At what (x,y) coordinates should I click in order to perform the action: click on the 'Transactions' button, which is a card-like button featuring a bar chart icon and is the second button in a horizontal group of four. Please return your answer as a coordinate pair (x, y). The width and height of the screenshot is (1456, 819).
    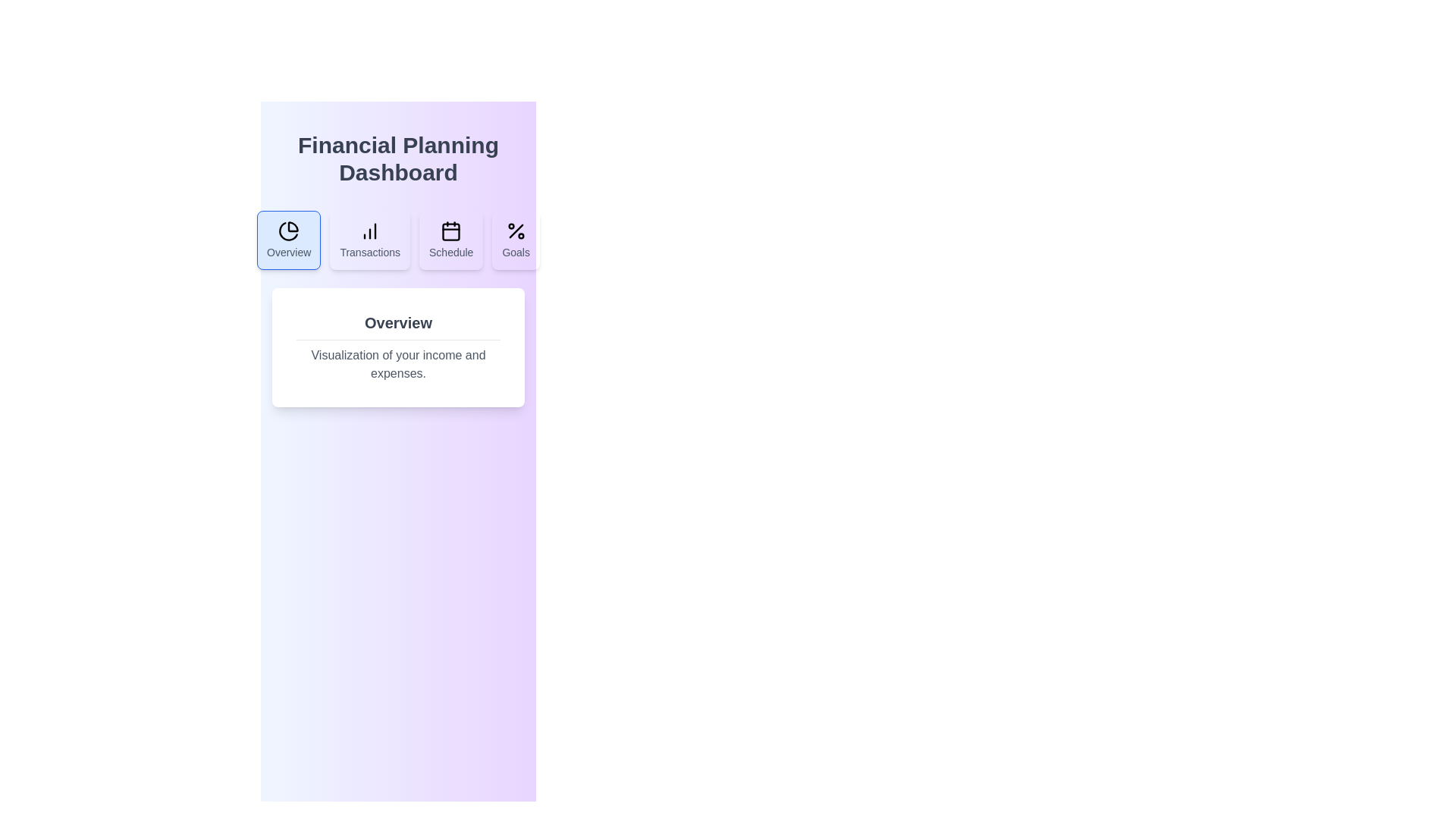
    Looking at the image, I should click on (370, 239).